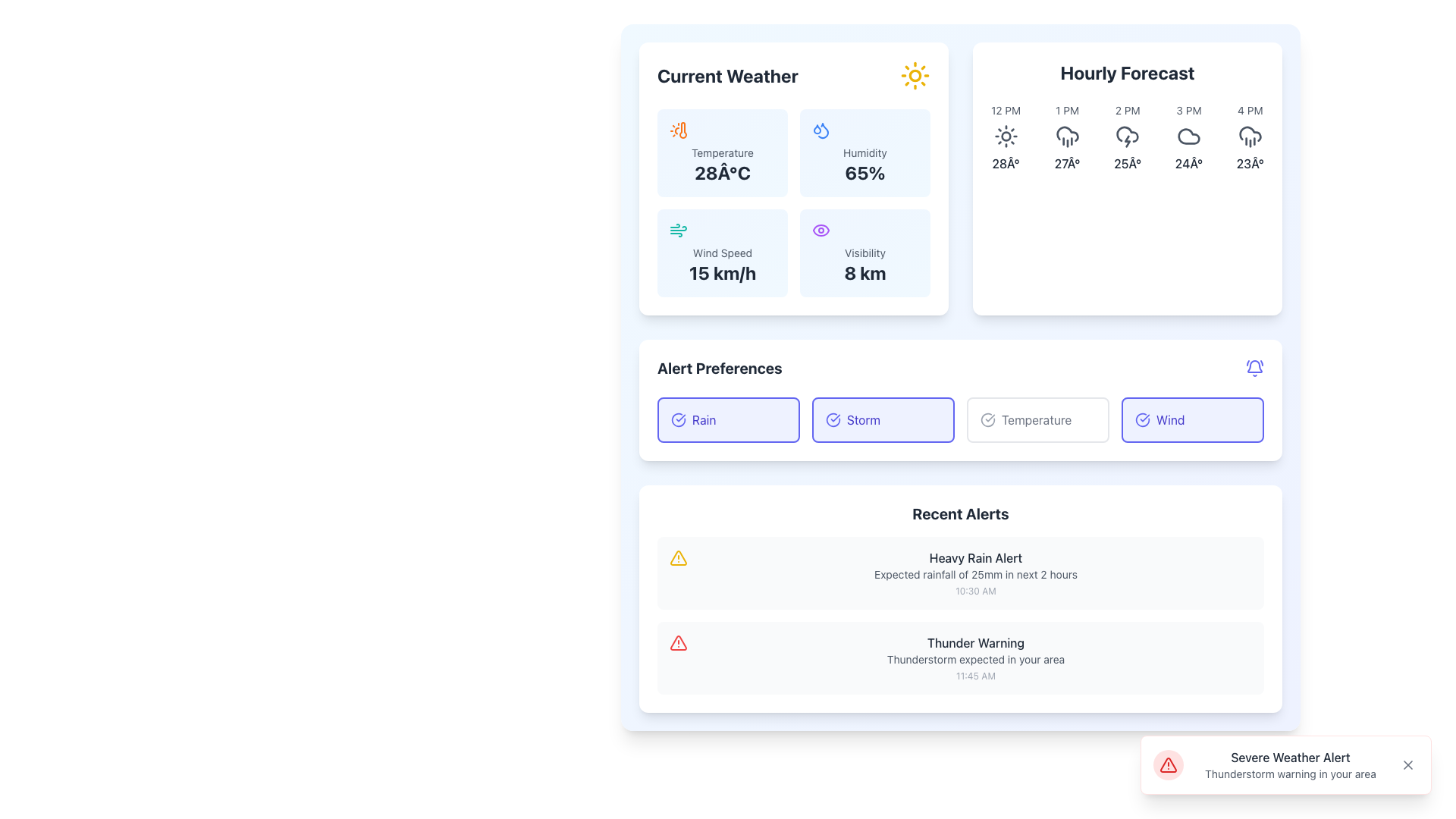 The height and width of the screenshot is (819, 1456). What do you see at coordinates (1250, 136) in the screenshot?
I see `the cloud rain icon located in the 'Hourly Forecast' section, which is the second element in the vertical stack, positioned centrally with a time label '4 PM' above and a temperature reading '23°' below` at bounding box center [1250, 136].